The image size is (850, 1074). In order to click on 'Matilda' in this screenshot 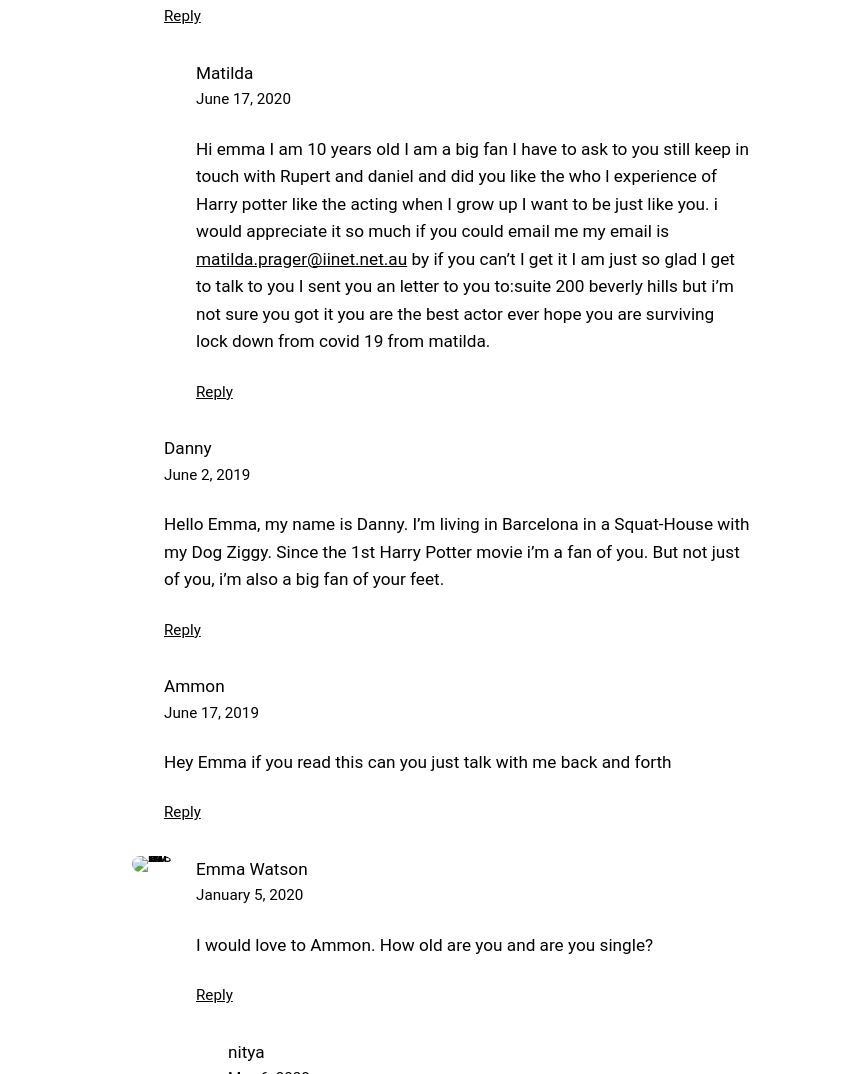, I will do `click(224, 71)`.